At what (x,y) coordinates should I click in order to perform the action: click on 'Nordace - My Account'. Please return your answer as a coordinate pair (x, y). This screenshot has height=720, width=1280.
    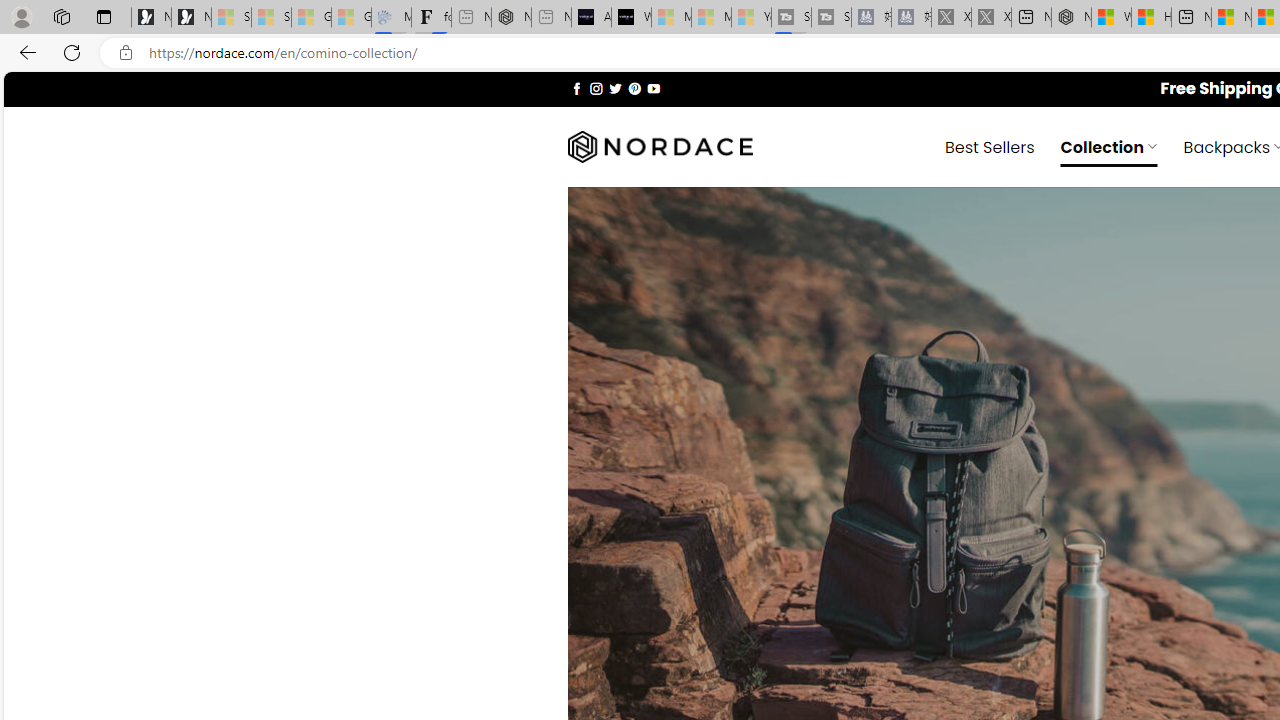
    Looking at the image, I should click on (1070, 17).